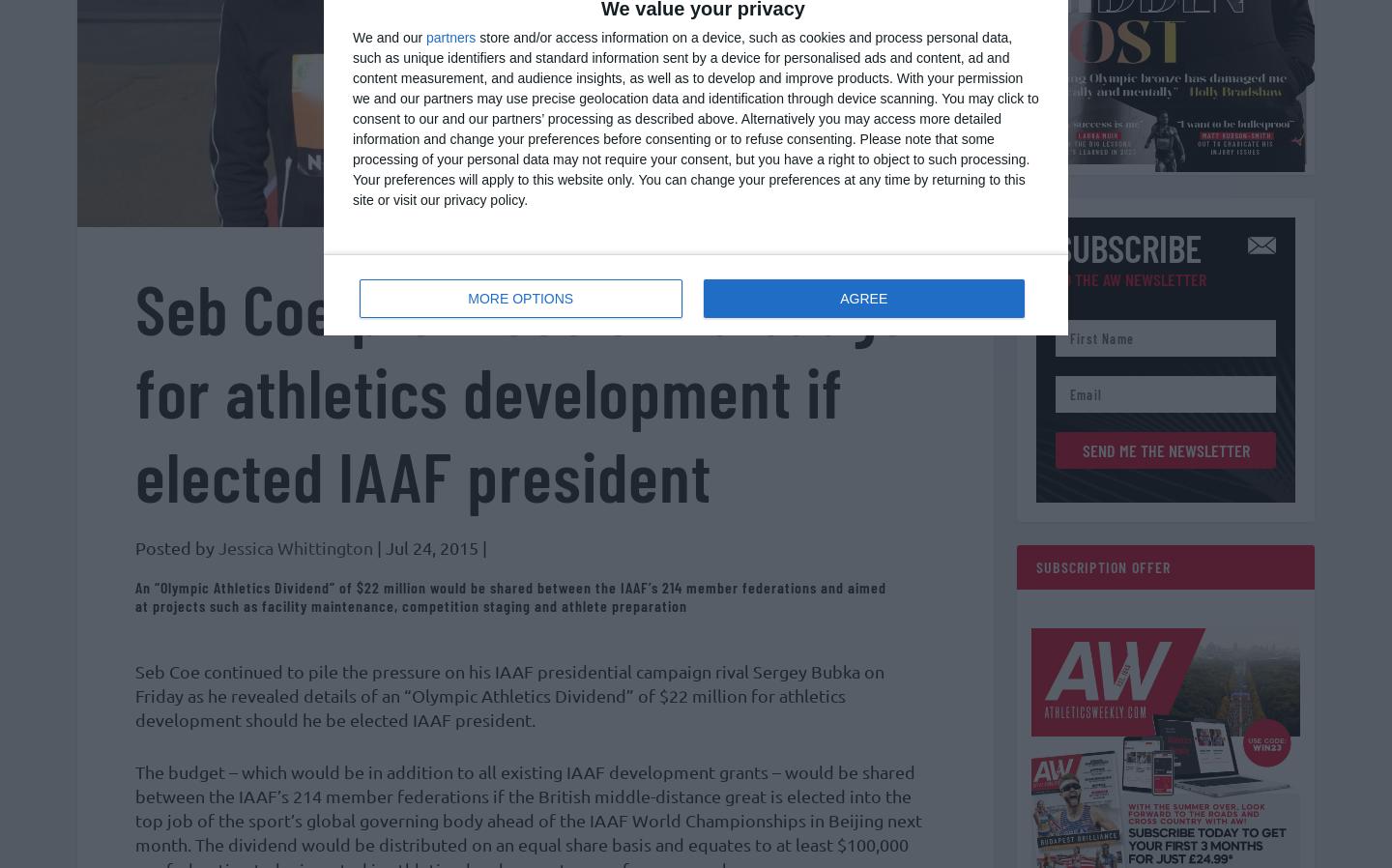 This screenshot has height=868, width=1392. Describe the element at coordinates (1131, 289) in the screenshot. I see `'to the AW Newsletter'` at that location.